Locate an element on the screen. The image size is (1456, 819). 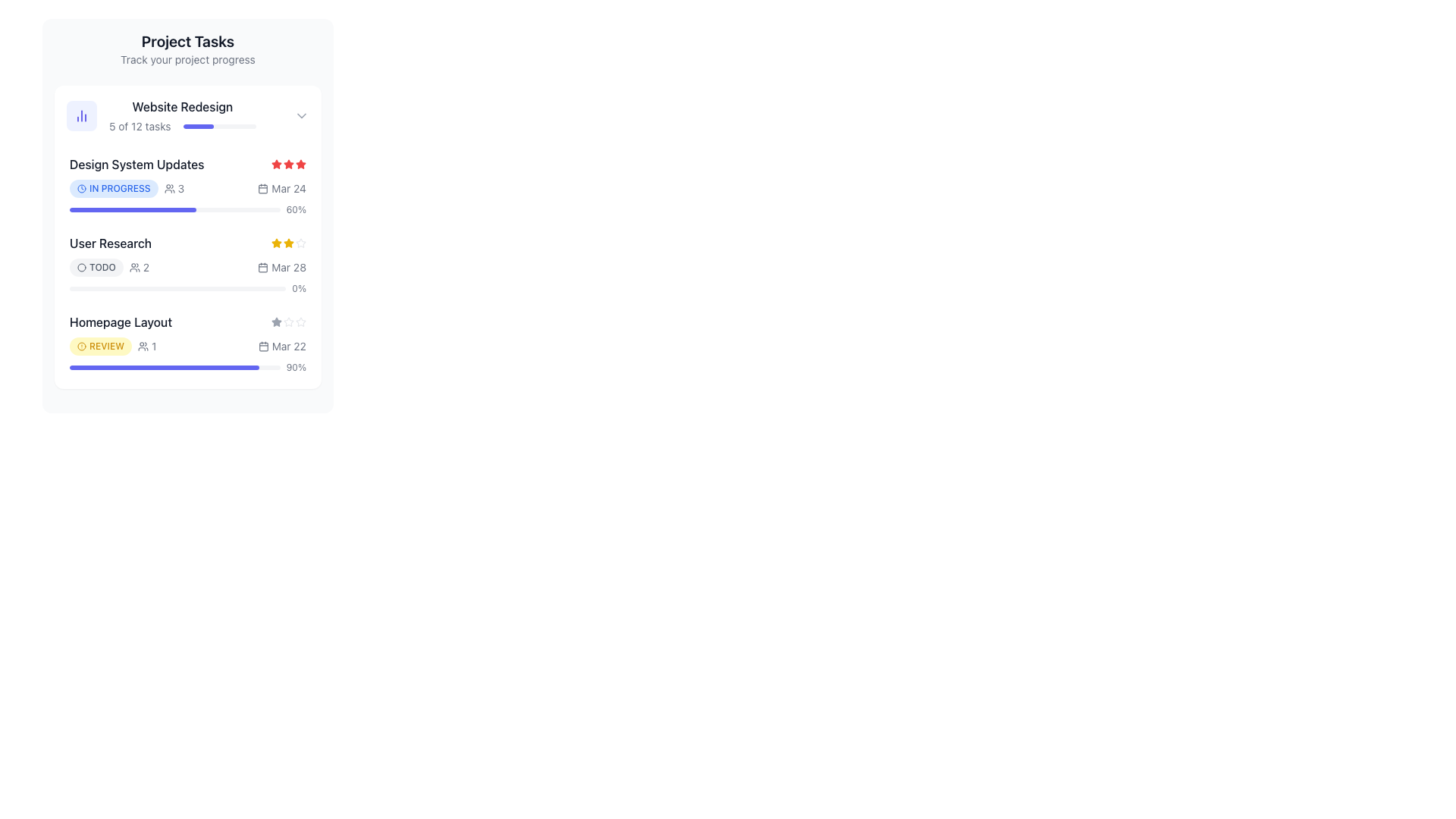
the label with icon indicating the number of participants related to the task 'Design System Updates', located to the right of the blue 'IN PROGRESS' tag is located at coordinates (174, 188).